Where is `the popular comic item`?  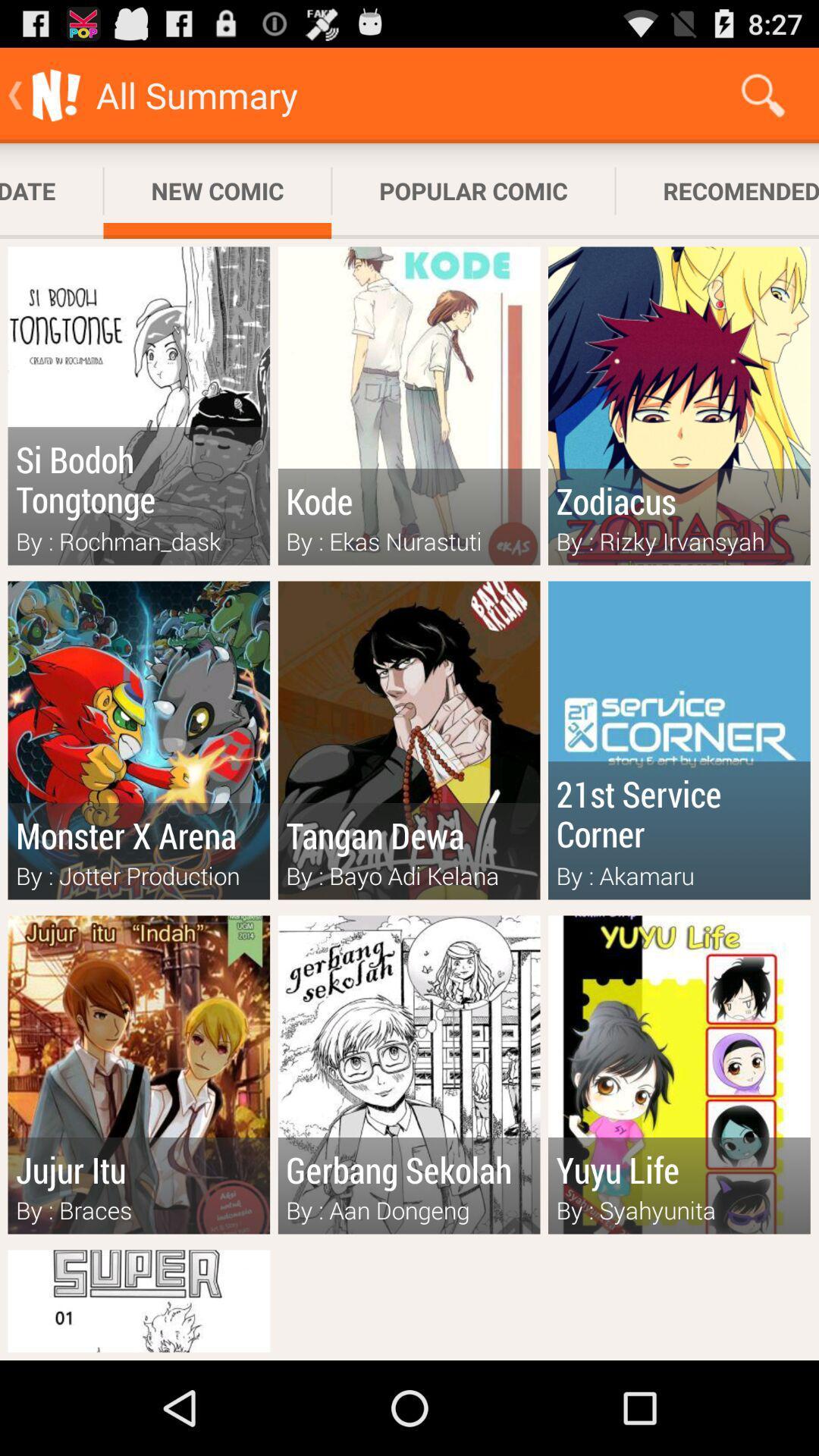
the popular comic item is located at coordinates (472, 190).